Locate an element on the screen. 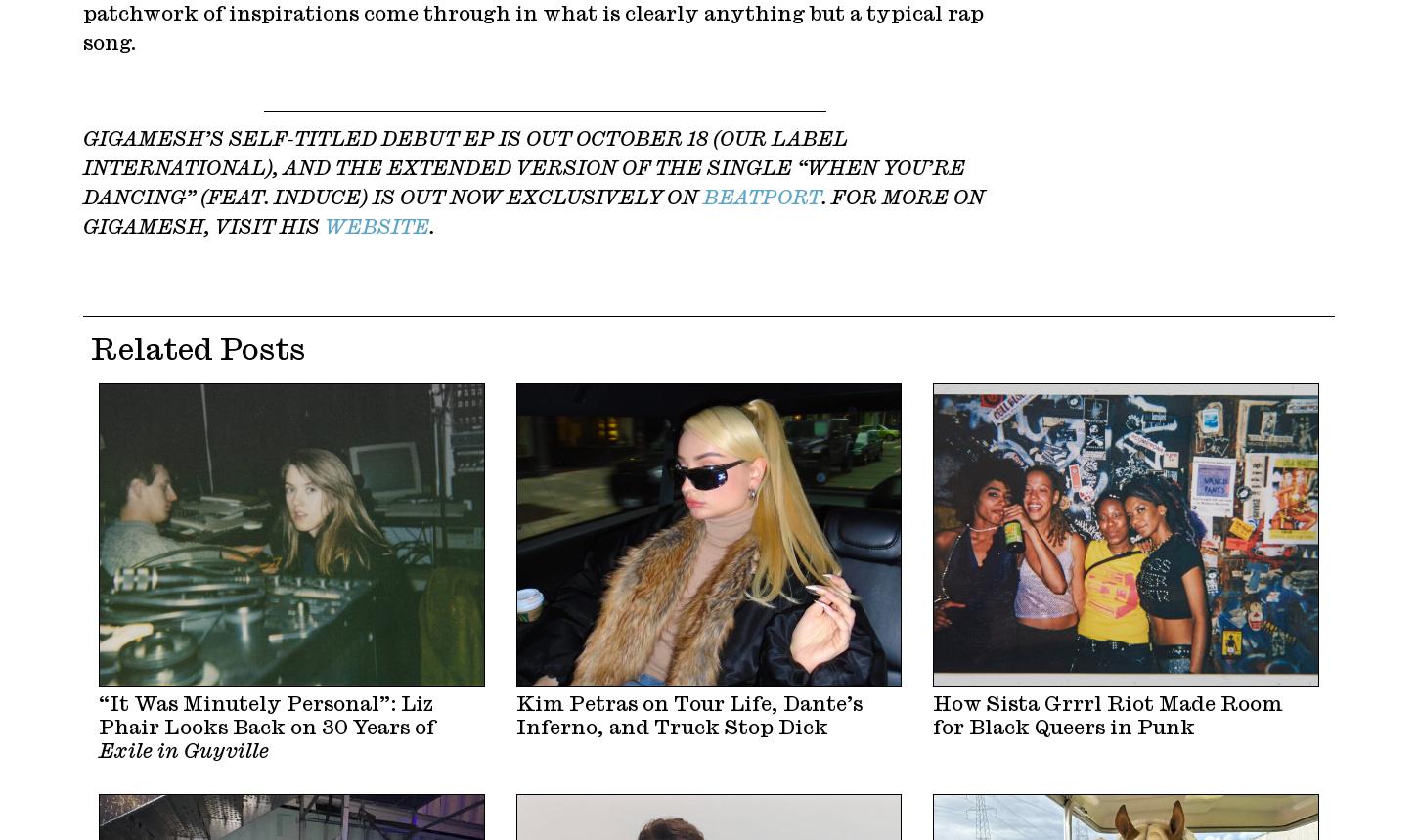 The image size is (1418, 840). '.' is located at coordinates (428, 227).